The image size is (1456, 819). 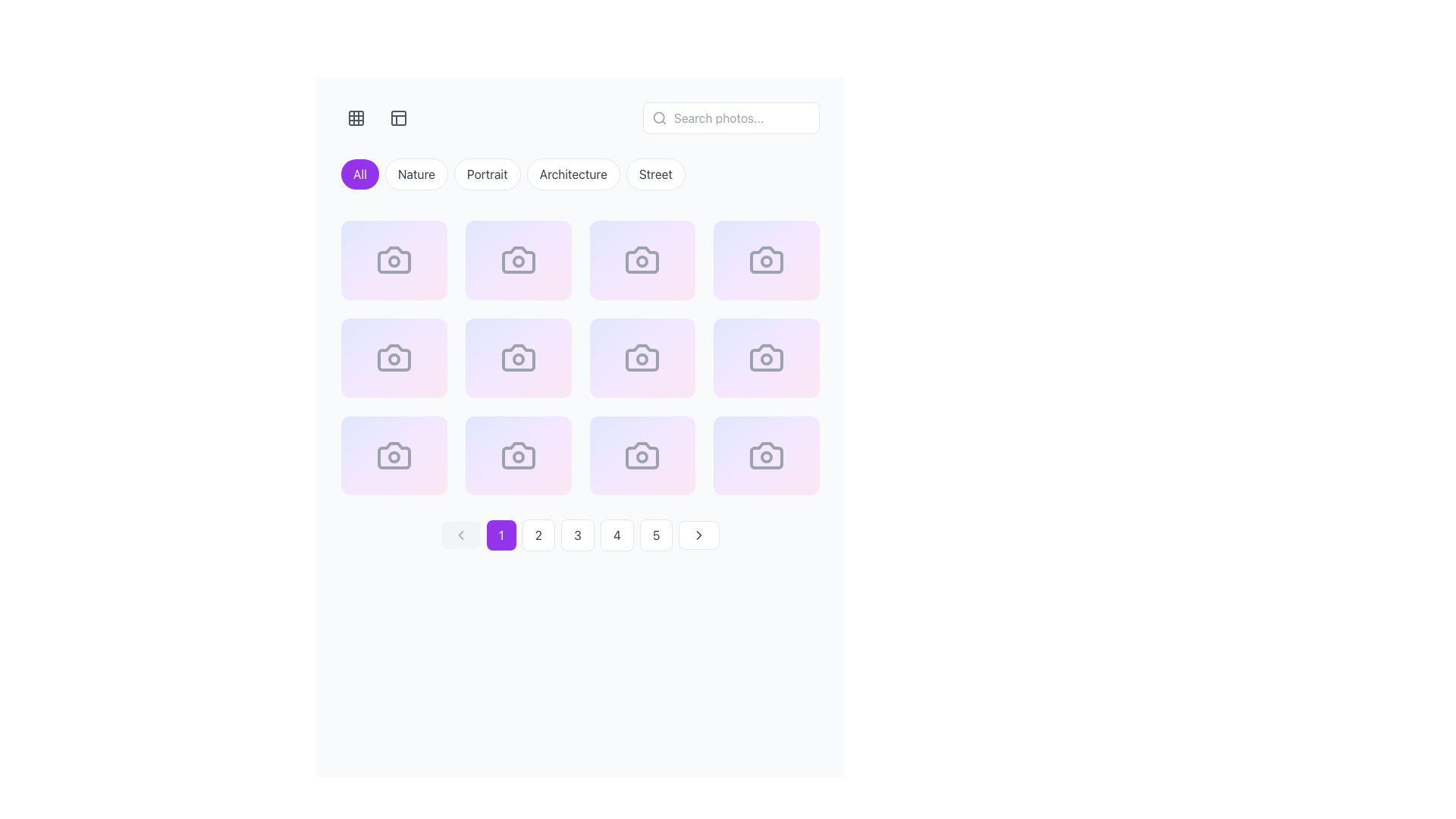 What do you see at coordinates (698, 535) in the screenshot?
I see `the 'Next' button located at the far-right of the pagination bar, adjacent to the button labeled '5'` at bounding box center [698, 535].